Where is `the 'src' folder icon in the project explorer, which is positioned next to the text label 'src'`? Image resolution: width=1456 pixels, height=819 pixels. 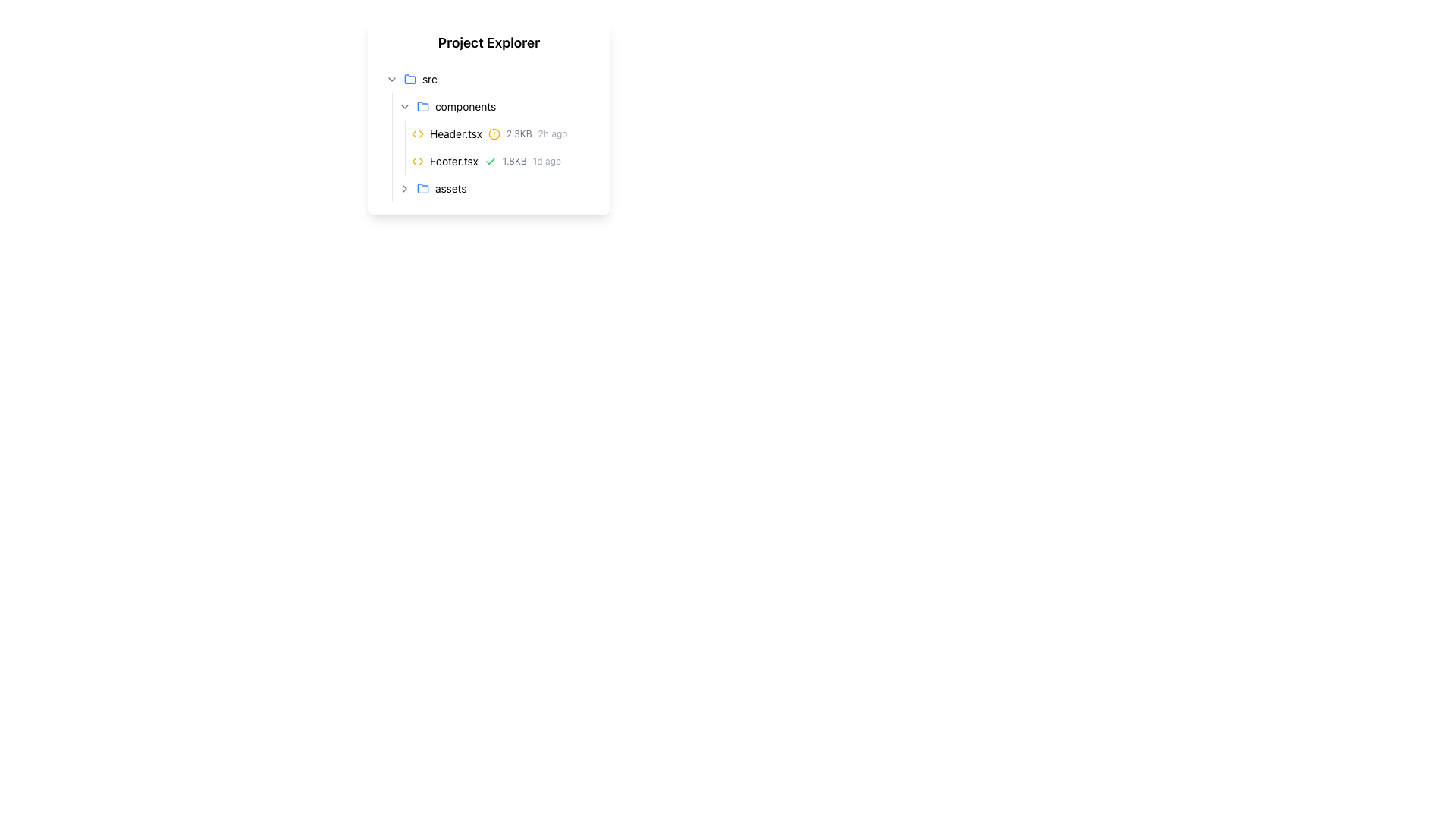 the 'src' folder icon in the project explorer, which is positioned next to the text label 'src' is located at coordinates (410, 79).